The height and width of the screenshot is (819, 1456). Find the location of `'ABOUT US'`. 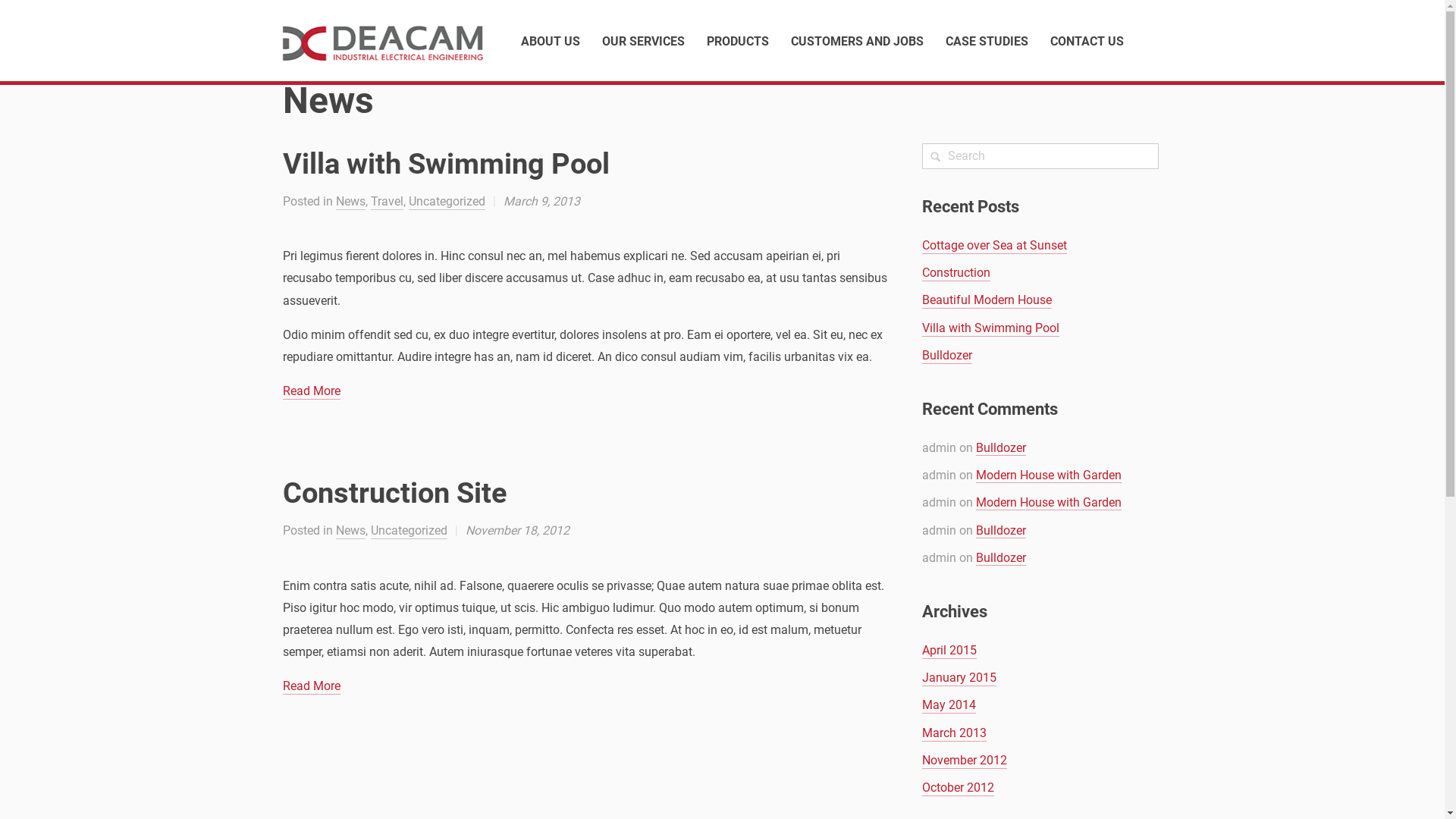

'ABOUT US' is located at coordinates (520, 40).